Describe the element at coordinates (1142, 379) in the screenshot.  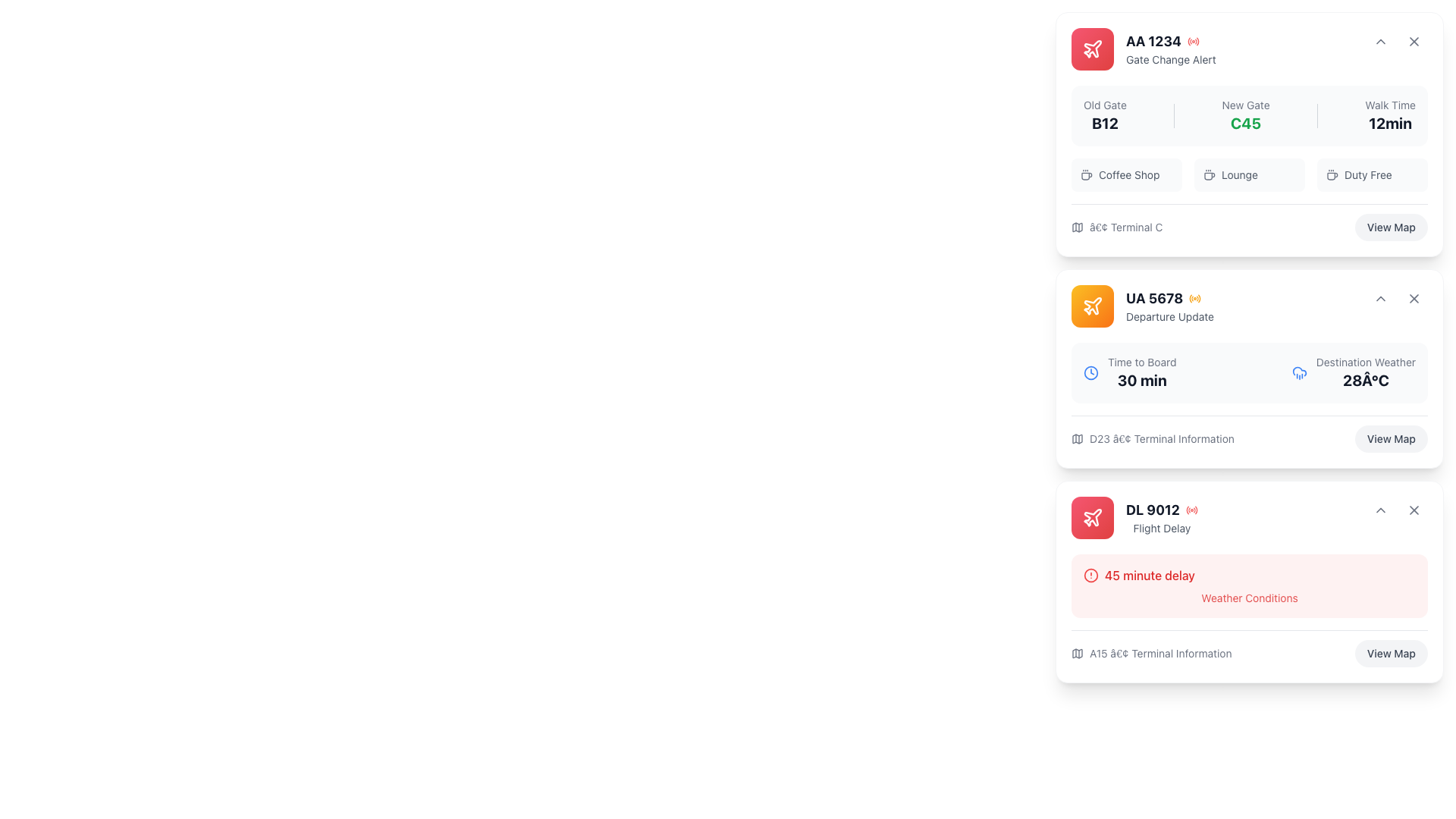
I see `estimated boarding time displayed in the text element located below the 'Time to Board' label for flight UA 5678` at that location.